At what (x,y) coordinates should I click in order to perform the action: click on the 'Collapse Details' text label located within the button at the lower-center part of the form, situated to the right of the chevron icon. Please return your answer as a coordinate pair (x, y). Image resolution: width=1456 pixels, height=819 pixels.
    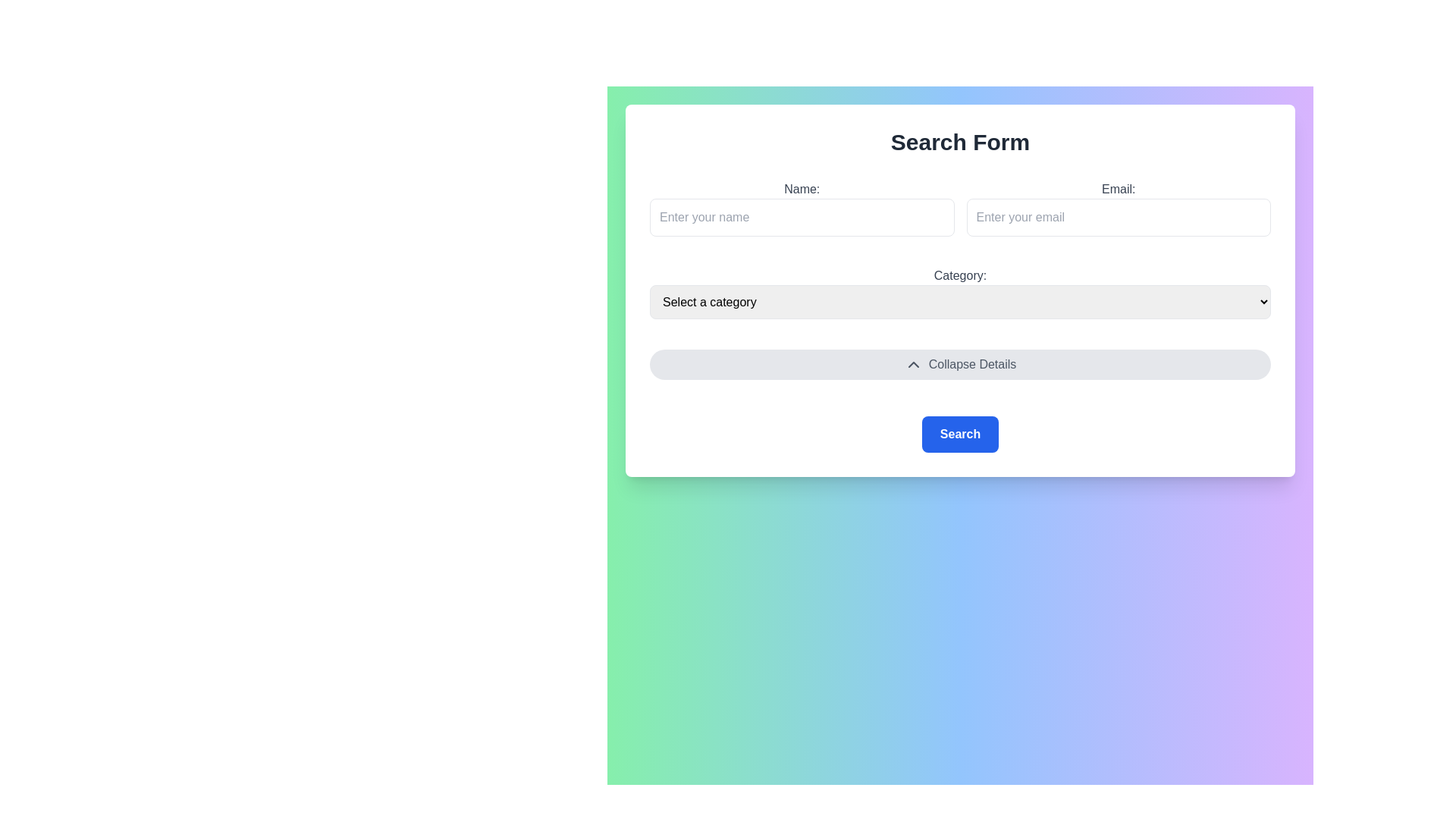
    Looking at the image, I should click on (972, 365).